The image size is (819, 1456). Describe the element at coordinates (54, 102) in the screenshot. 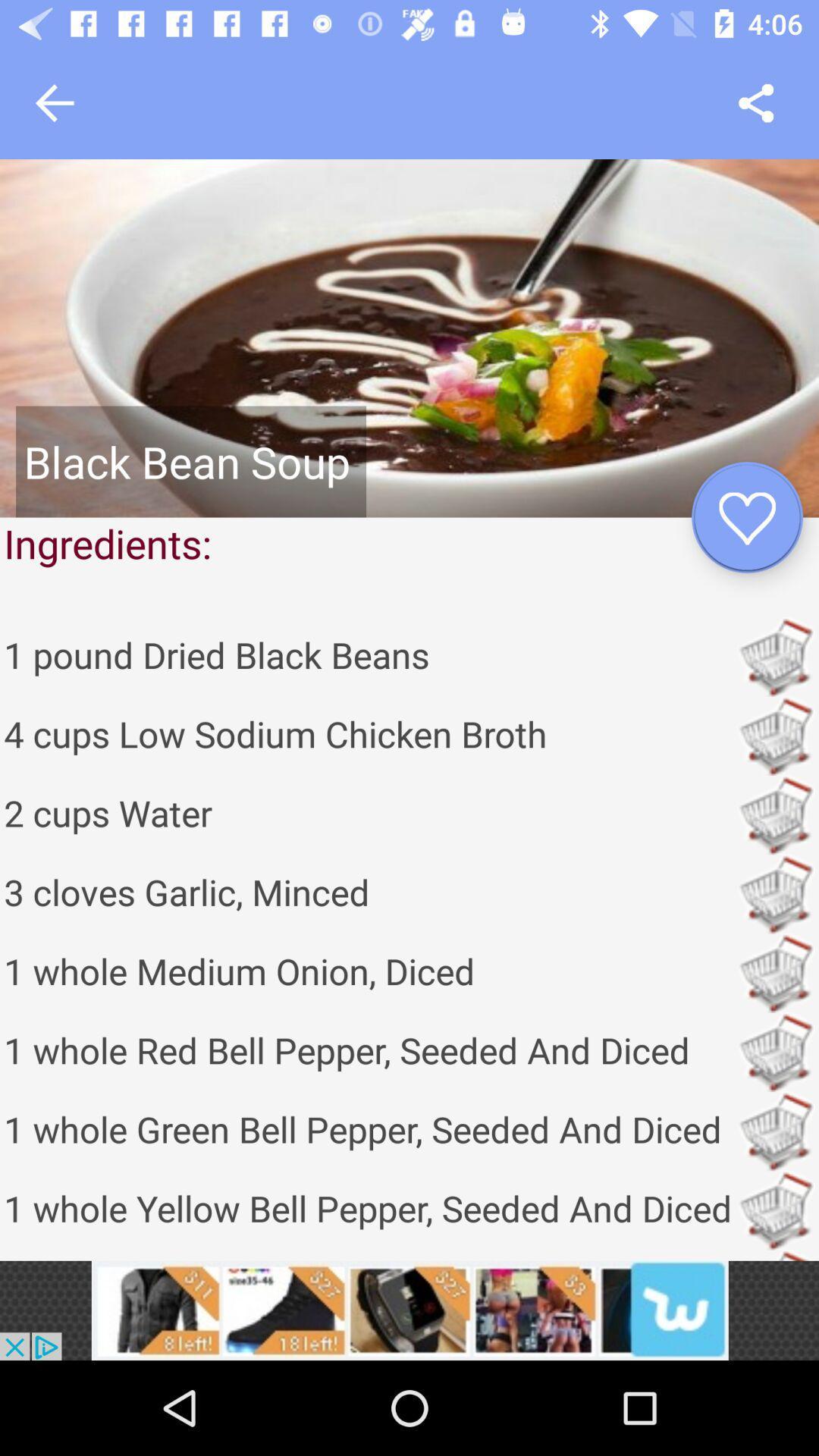

I see `the icon on the top left corner` at that location.